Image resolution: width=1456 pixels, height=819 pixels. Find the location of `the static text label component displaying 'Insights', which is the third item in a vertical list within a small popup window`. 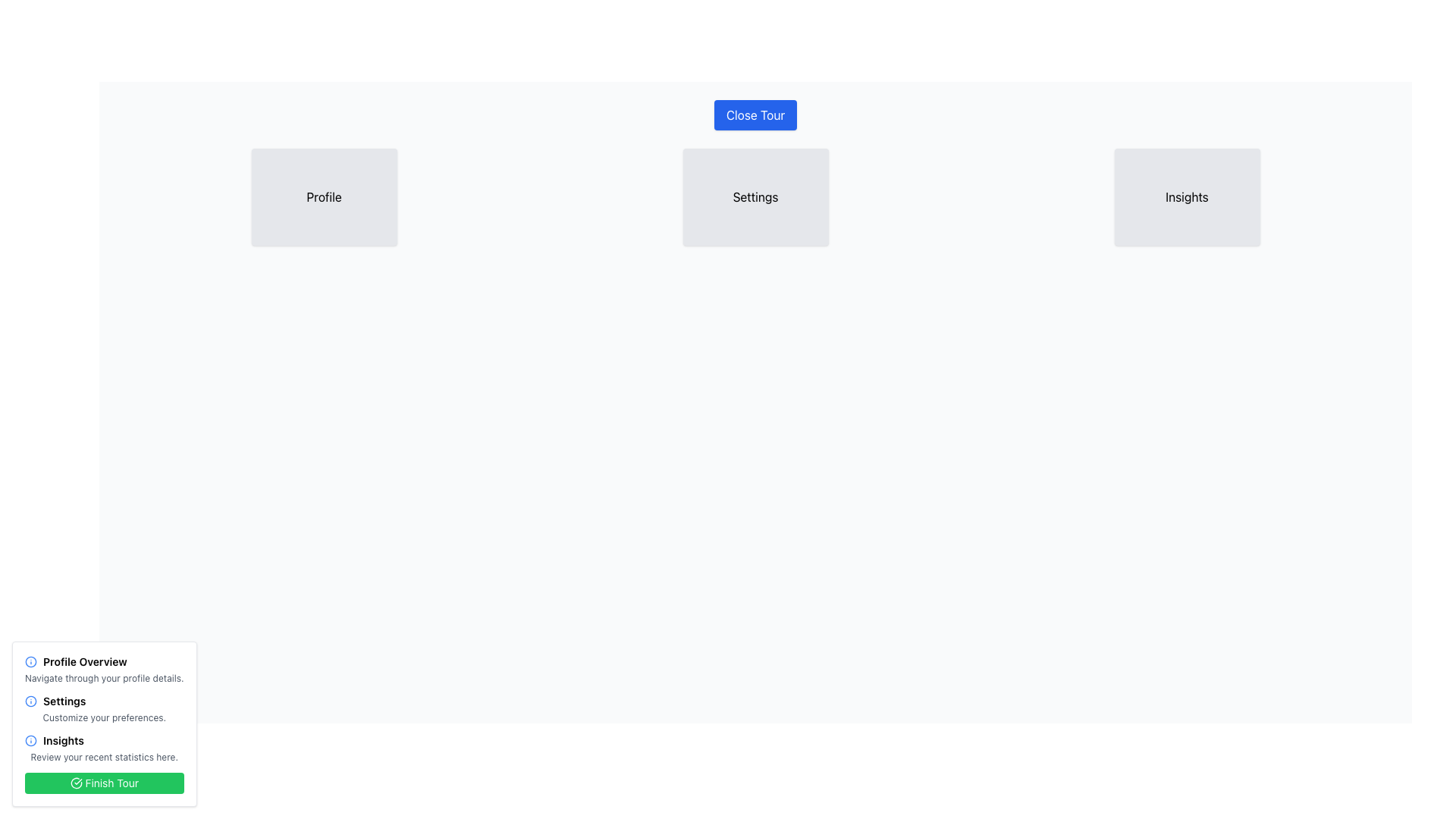

the static text label component displaying 'Insights', which is the third item in a vertical list within a small popup window is located at coordinates (62, 739).